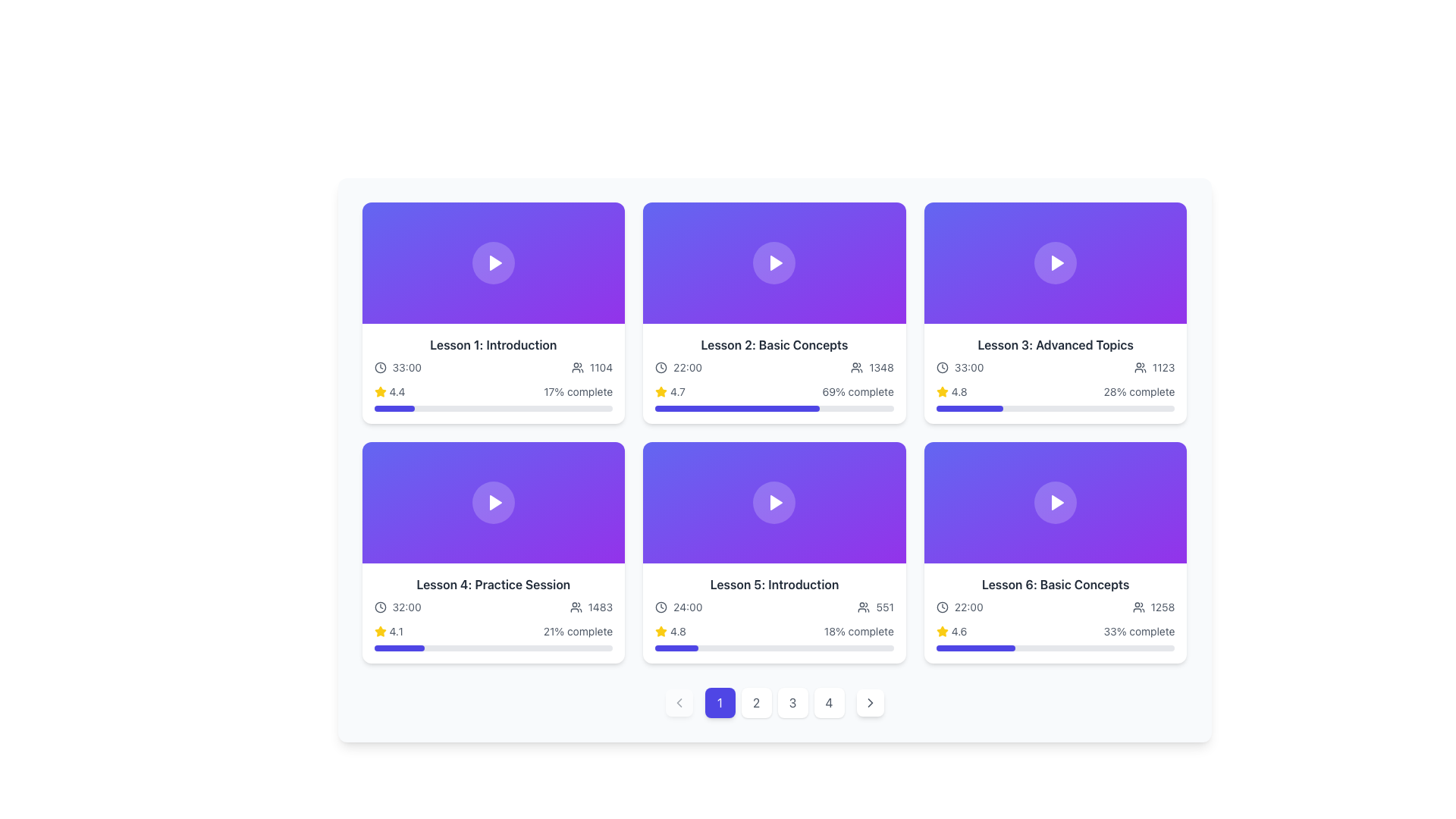 The width and height of the screenshot is (1456, 819). What do you see at coordinates (951, 391) in the screenshot?
I see `the yellow star icon of the Rating indicator displaying '4.8' to judge content quality in the bottom-right section of the card labeled 'Lesson 3: Advanced Topics'` at bounding box center [951, 391].